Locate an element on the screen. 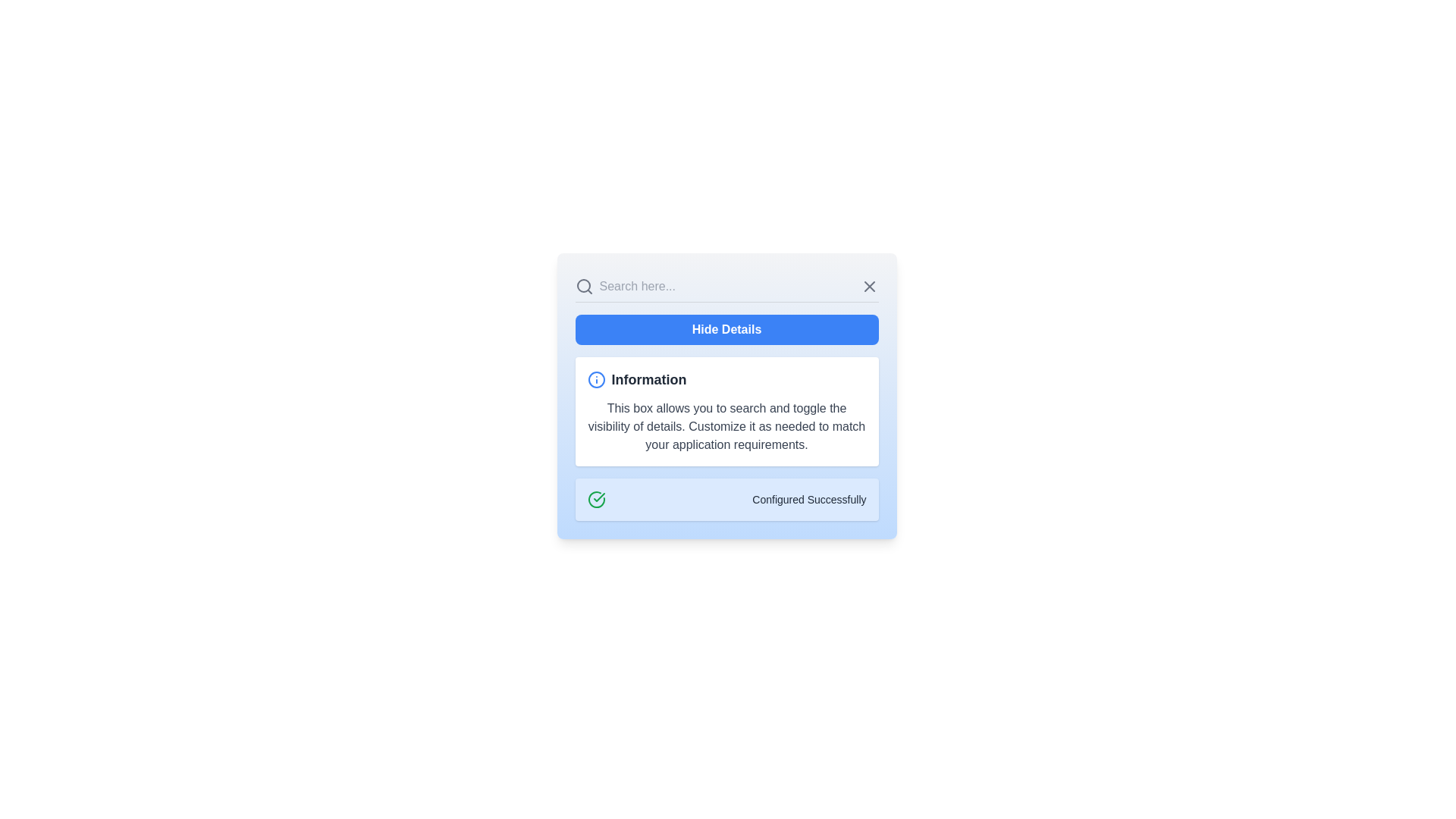 Image resolution: width=1456 pixels, height=819 pixels. the circular part of the search magnifying glass icon located in the top-left section of the interface within a search input field is located at coordinates (582, 286).